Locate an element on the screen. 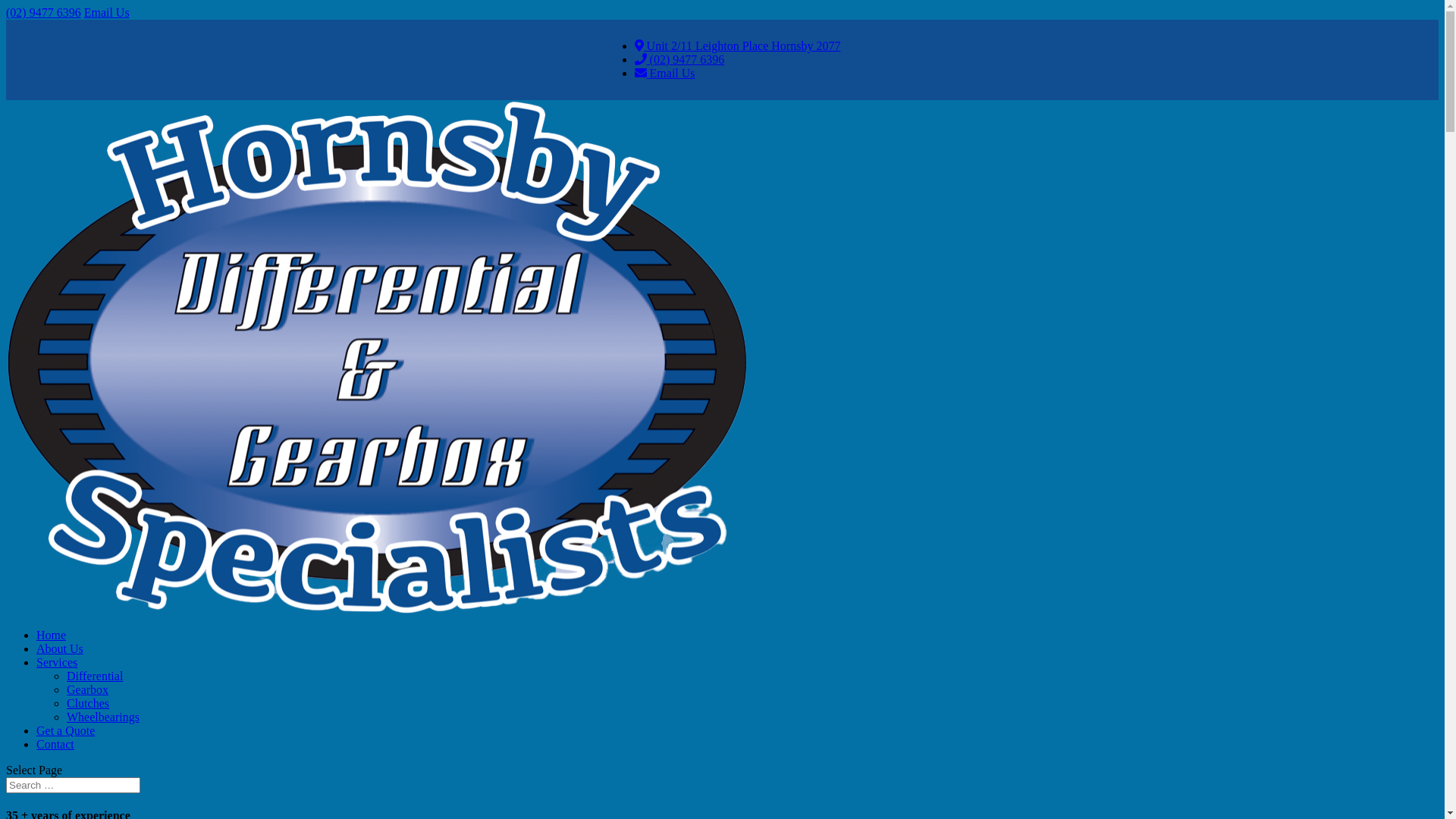  'Unit 2/11 Leighton Place Hornsby 2077' is located at coordinates (738, 45).